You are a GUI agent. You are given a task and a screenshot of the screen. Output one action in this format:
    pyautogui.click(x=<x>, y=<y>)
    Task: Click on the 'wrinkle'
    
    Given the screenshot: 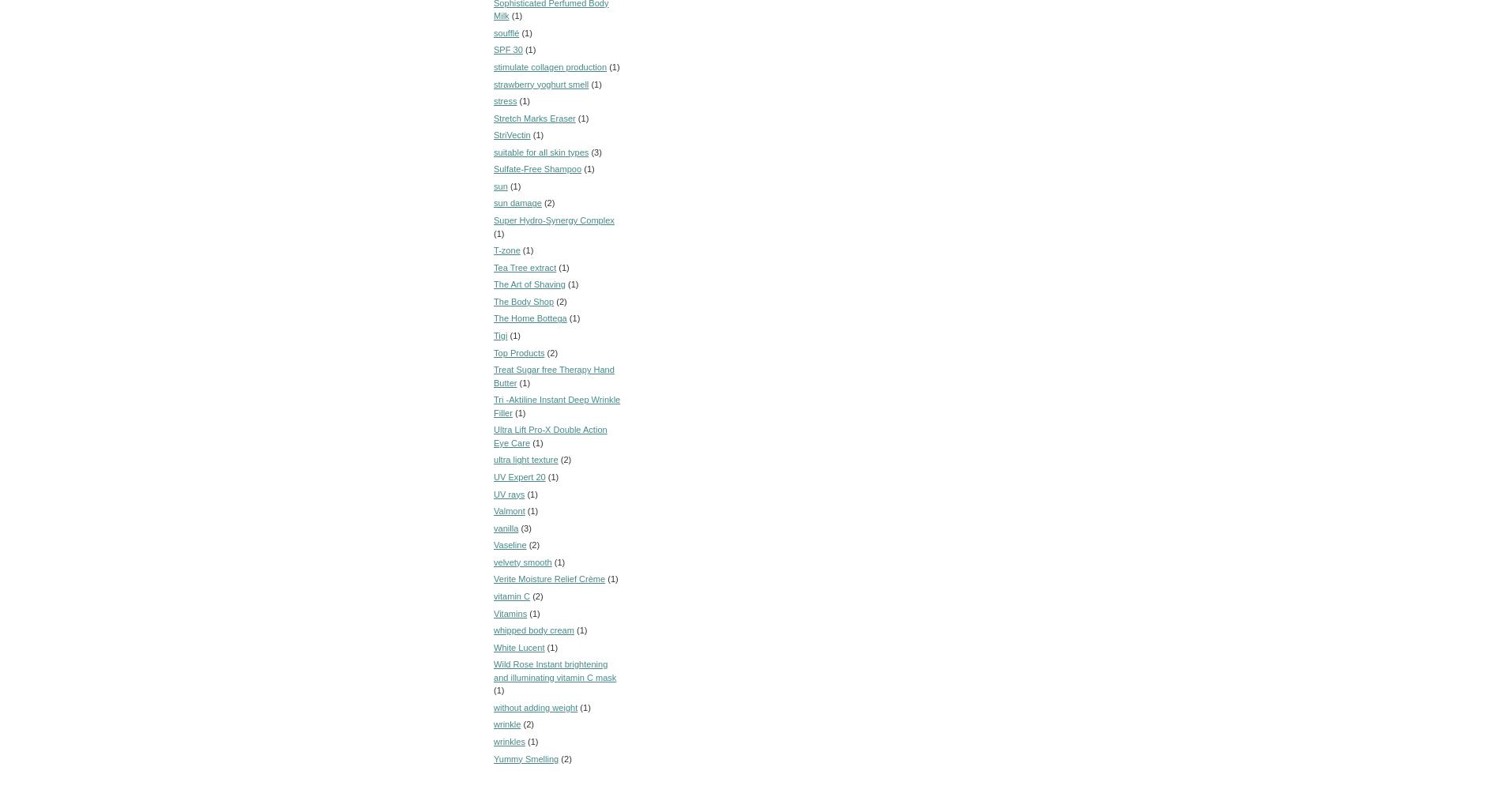 What is the action you would take?
    pyautogui.click(x=493, y=724)
    